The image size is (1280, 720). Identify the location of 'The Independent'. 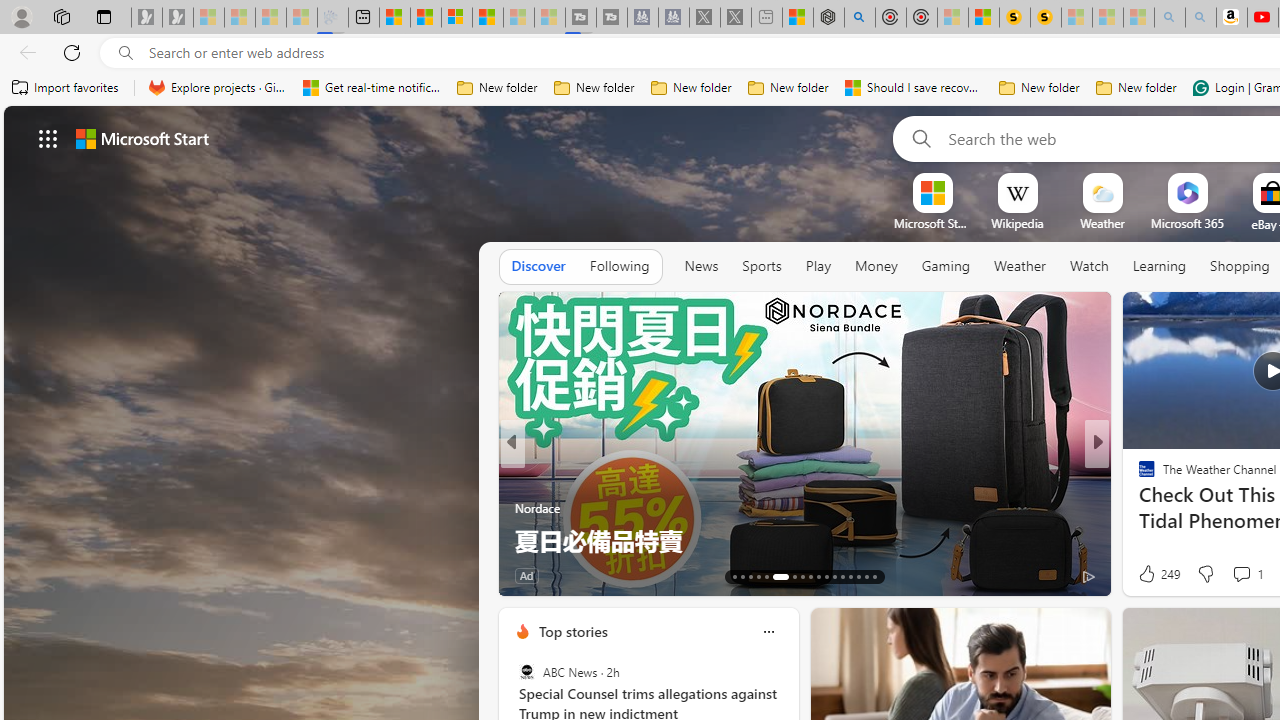
(1138, 475).